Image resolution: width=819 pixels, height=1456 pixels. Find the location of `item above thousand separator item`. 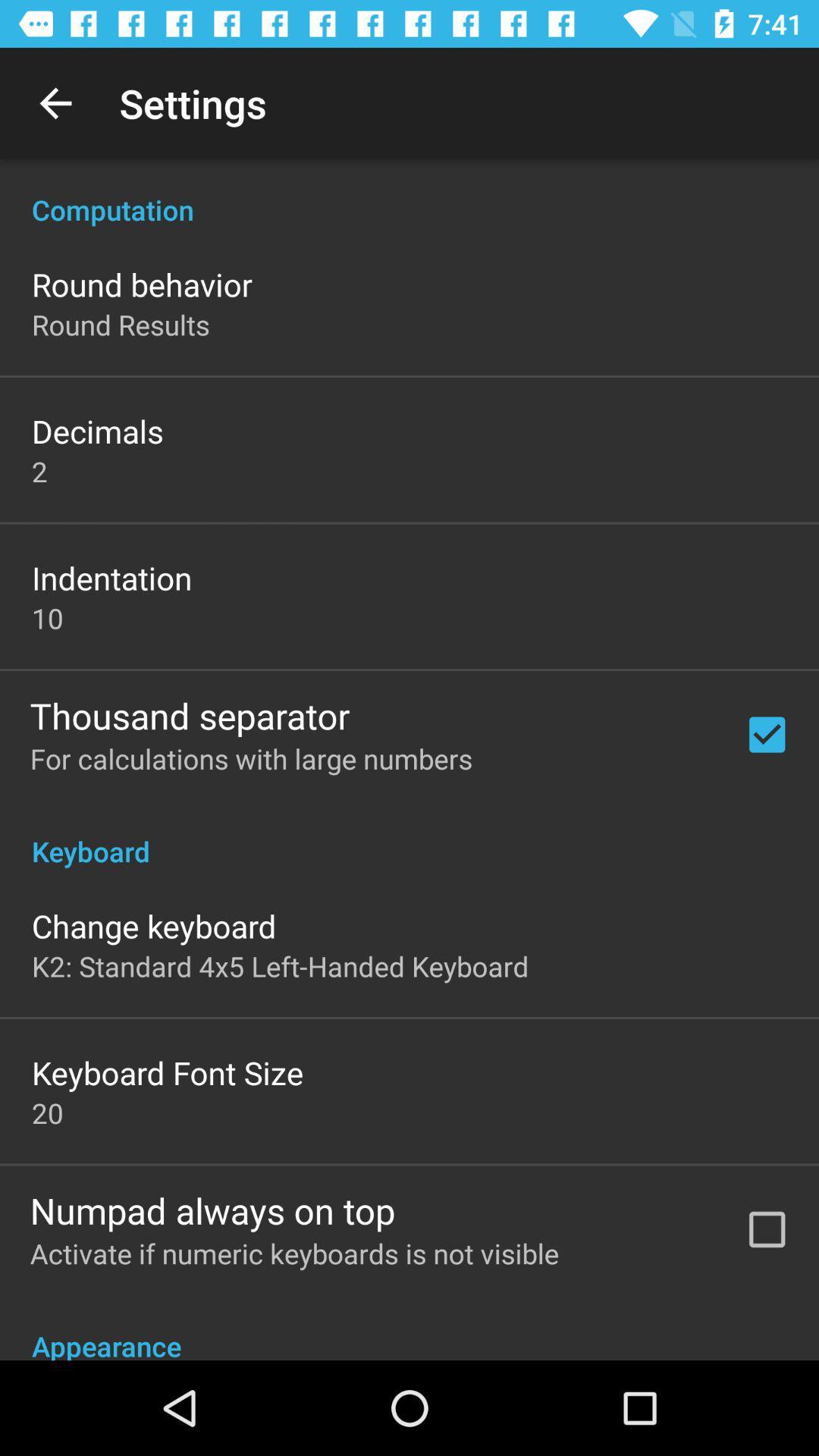

item above thousand separator item is located at coordinates (46, 618).